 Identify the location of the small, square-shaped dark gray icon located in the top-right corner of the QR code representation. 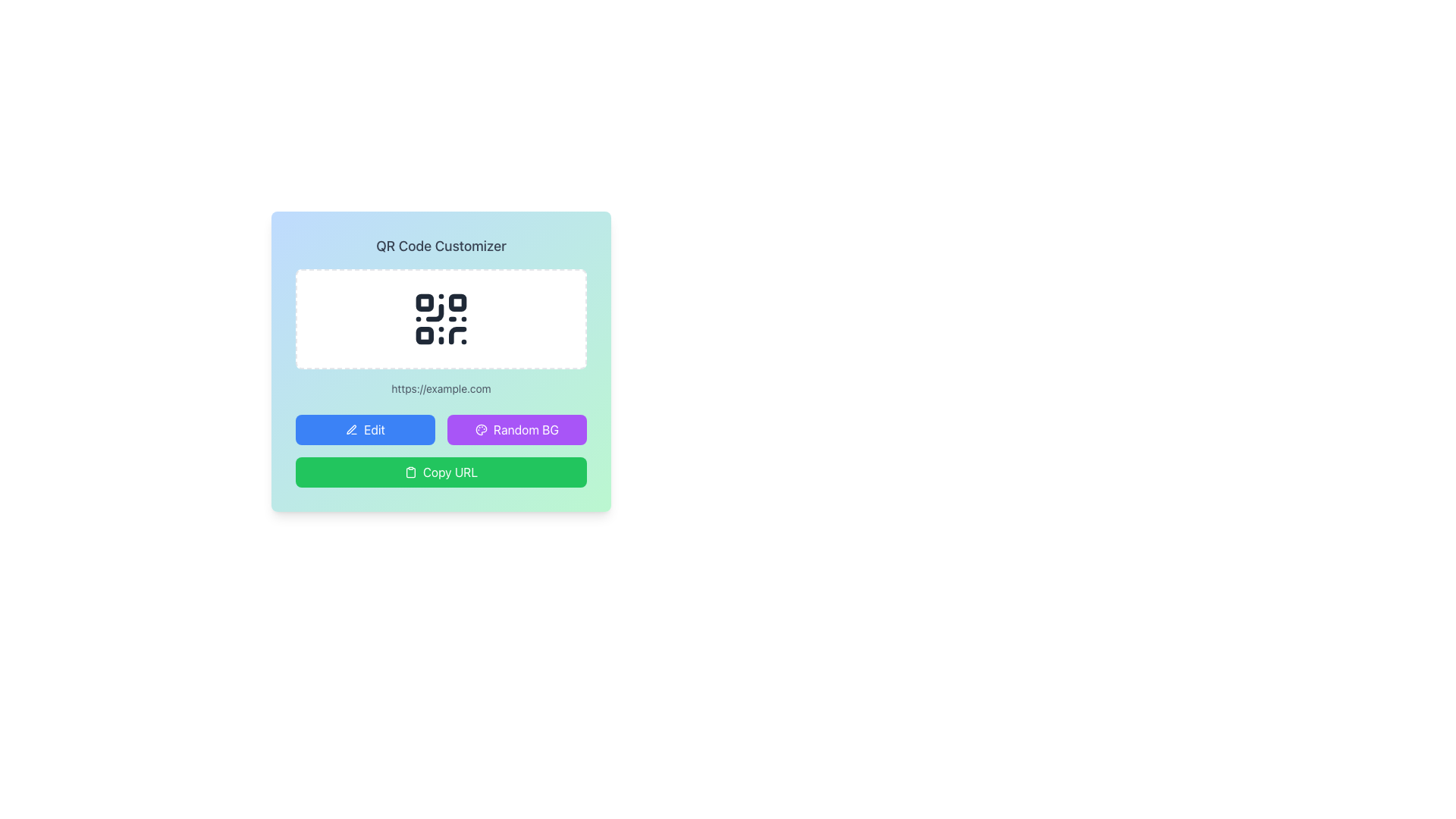
(457, 303).